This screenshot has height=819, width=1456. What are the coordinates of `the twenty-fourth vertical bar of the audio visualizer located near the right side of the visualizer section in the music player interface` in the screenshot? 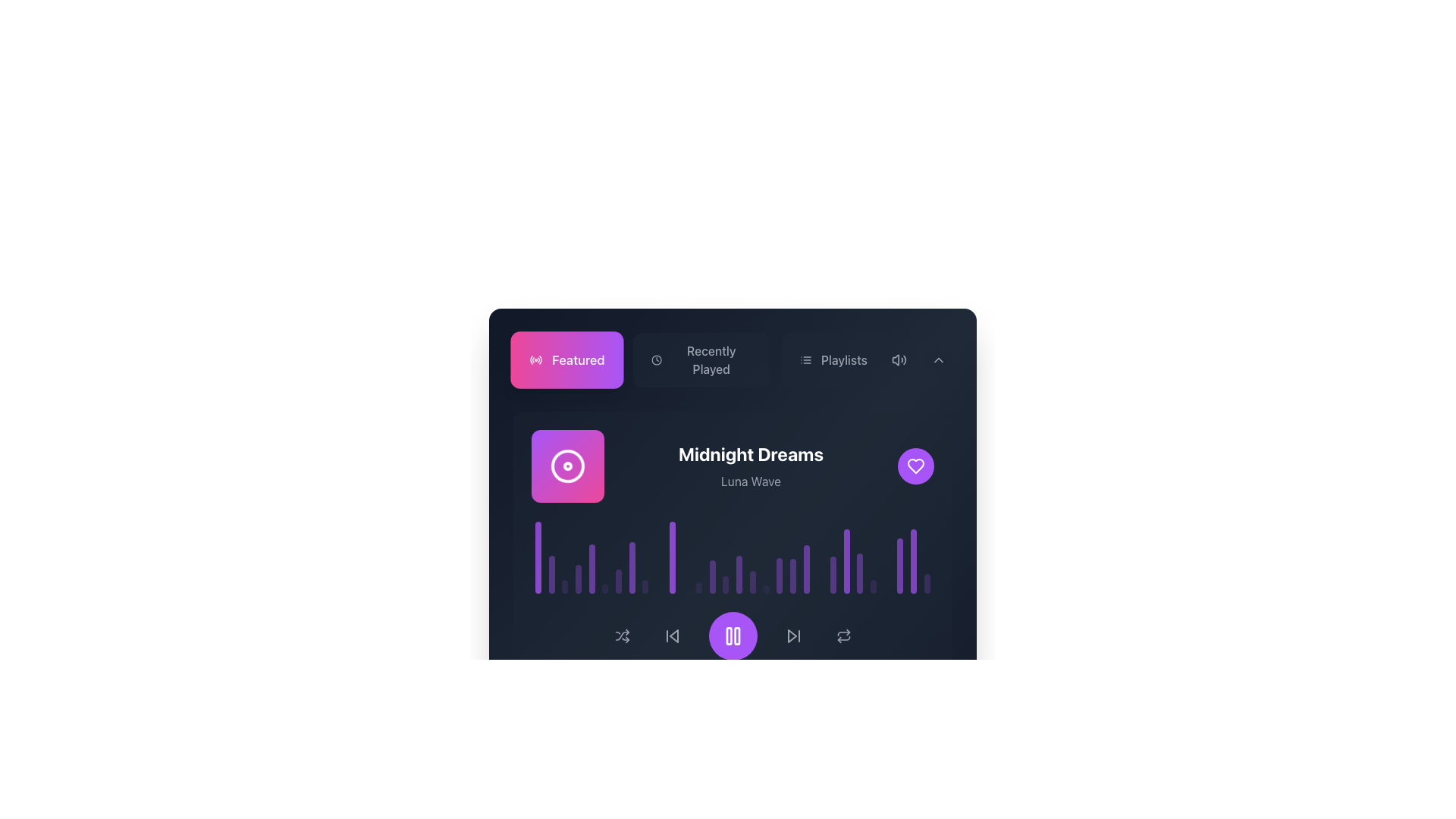 It's located at (900, 566).